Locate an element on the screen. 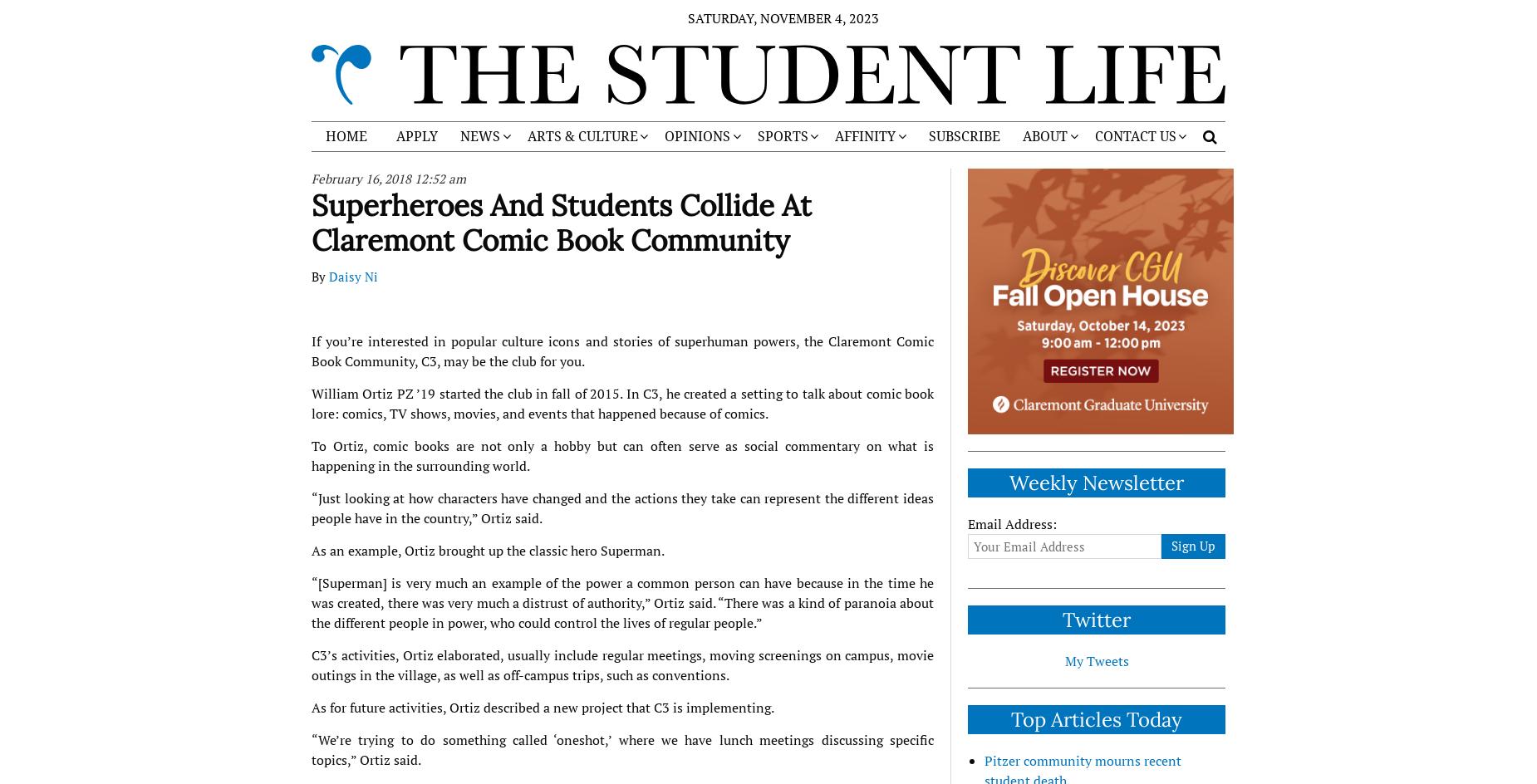 The image size is (1537, 784). 'SUBMIT' is located at coordinates (1117, 199).